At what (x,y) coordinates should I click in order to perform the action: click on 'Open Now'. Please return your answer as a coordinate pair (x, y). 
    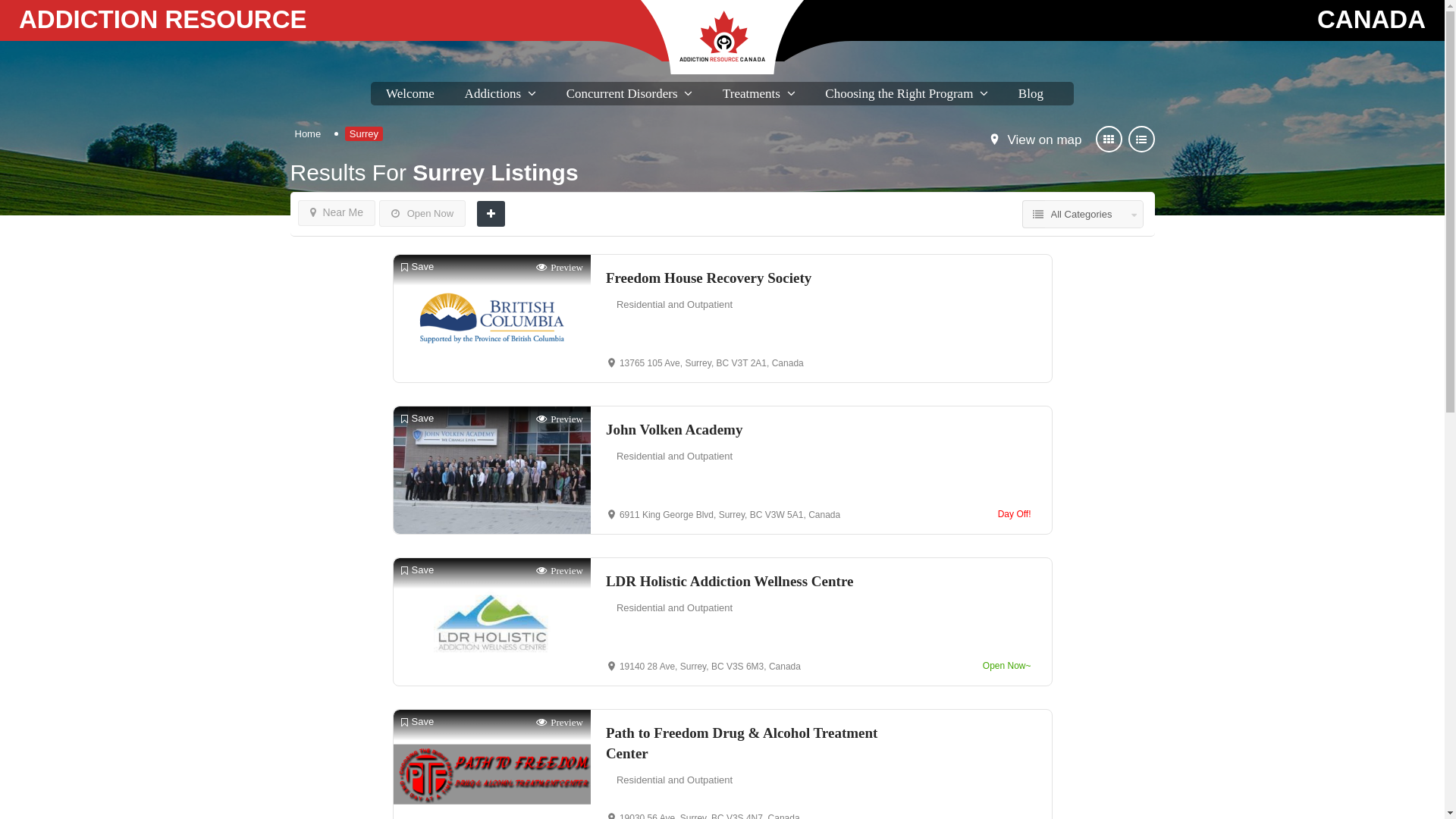
    Looking at the image, I should click on (422, 213).